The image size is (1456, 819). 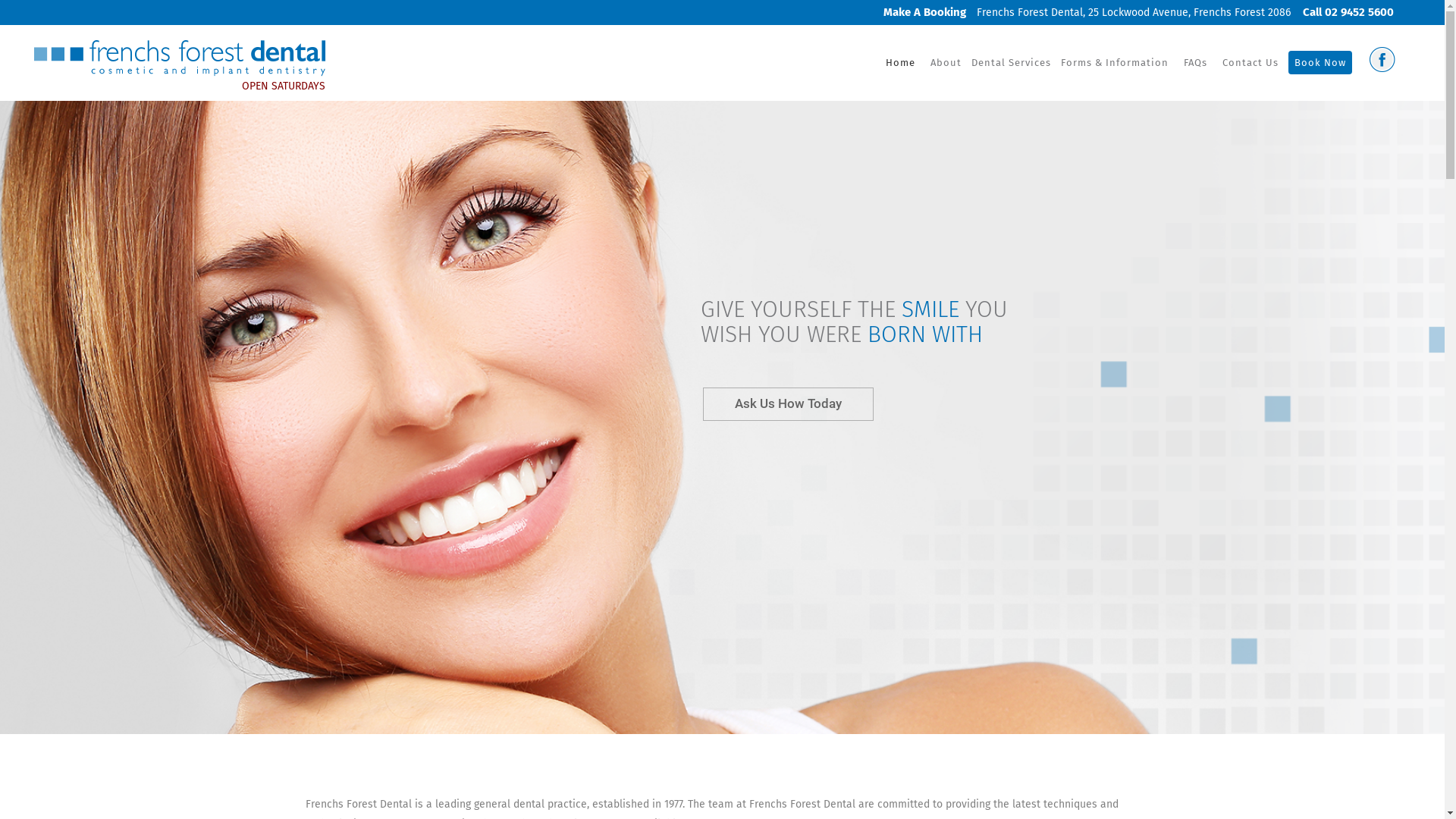 I want to click on 'Make A Booking', so click(x=874, y=11).